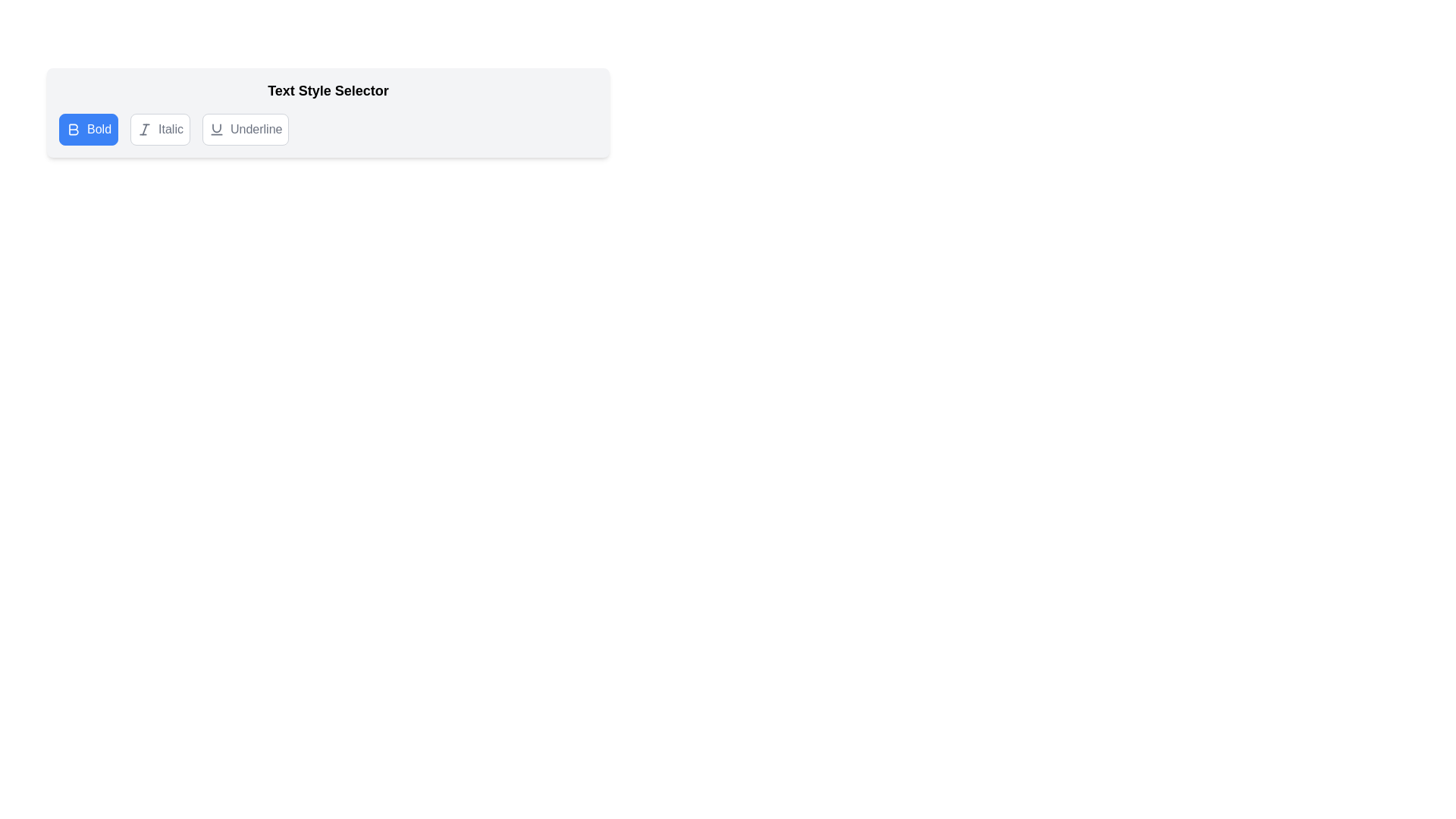 The width and height of the screenshot is (1456, 819). Describe the element at coordinates (215, 128) in the screenshot. I see `the 'Underline' button represented by an SVG icon in the text style selector to apply underline styling to the selected text` at that location.